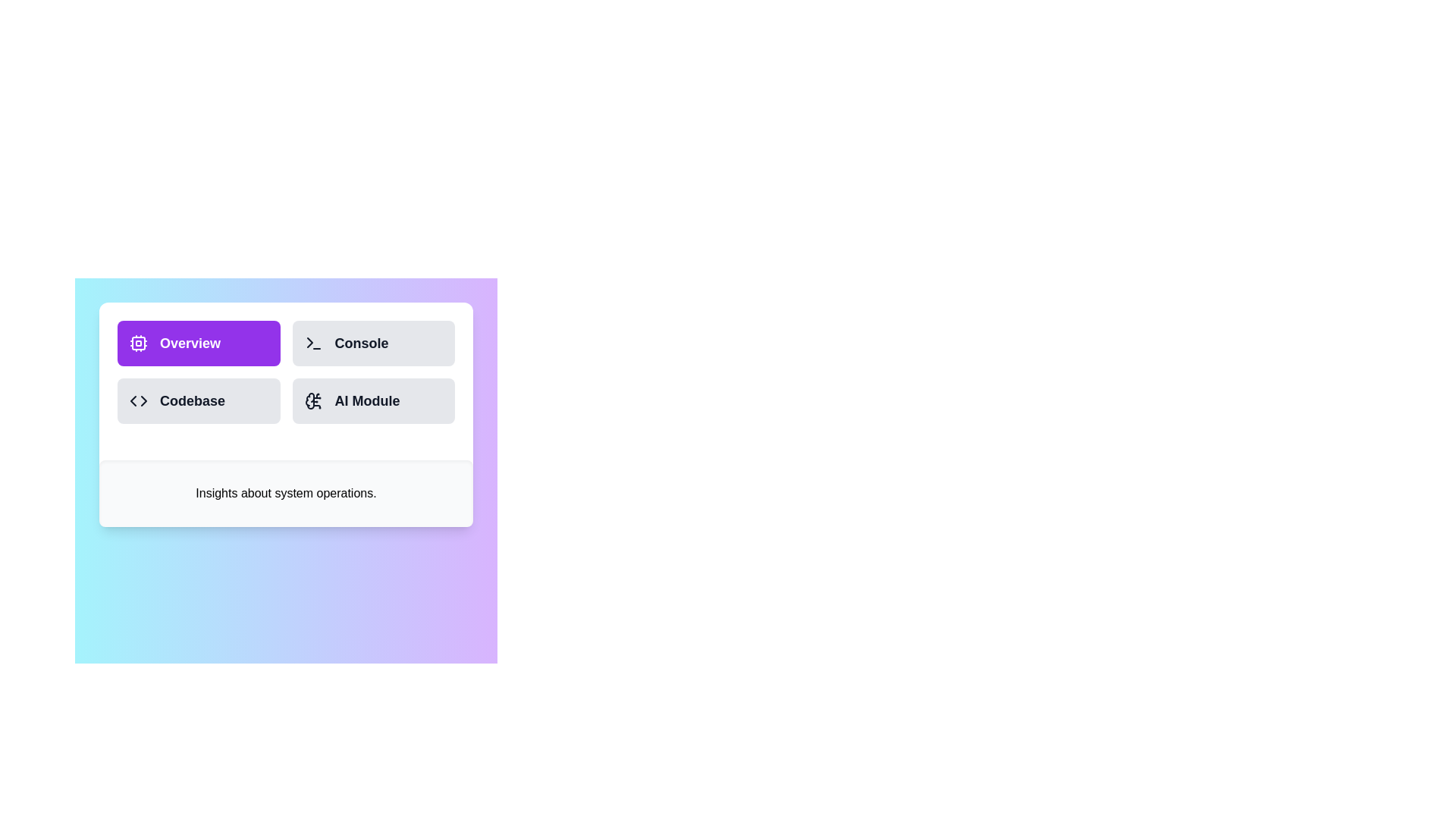  Describe the element at coordinates (198, 343) in the screenshot. I see `the menu option labeled 'Overview' to view its content` at that location.